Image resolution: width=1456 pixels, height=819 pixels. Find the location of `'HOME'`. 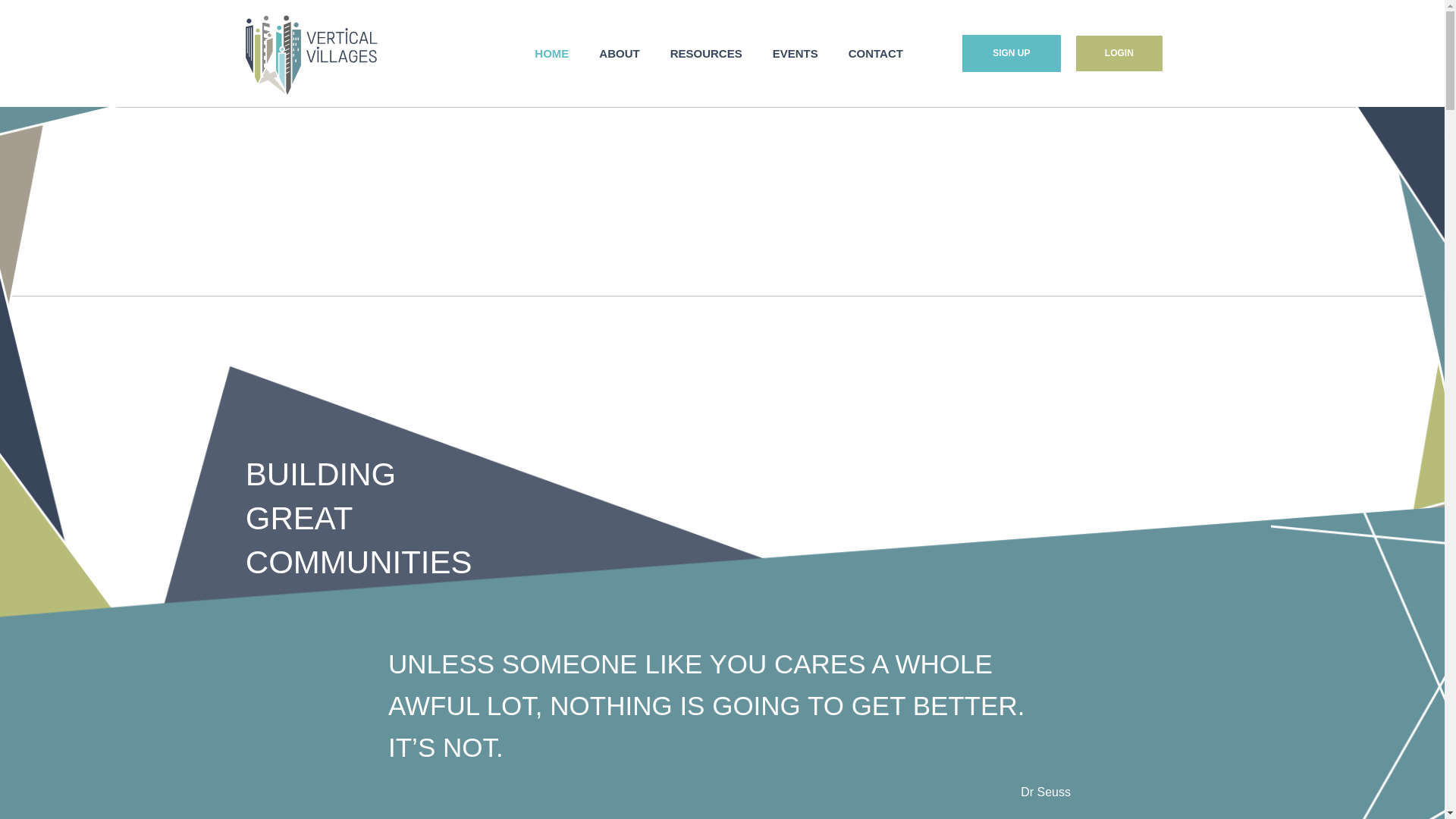

'HOME' is located at coordinates (519, 52).